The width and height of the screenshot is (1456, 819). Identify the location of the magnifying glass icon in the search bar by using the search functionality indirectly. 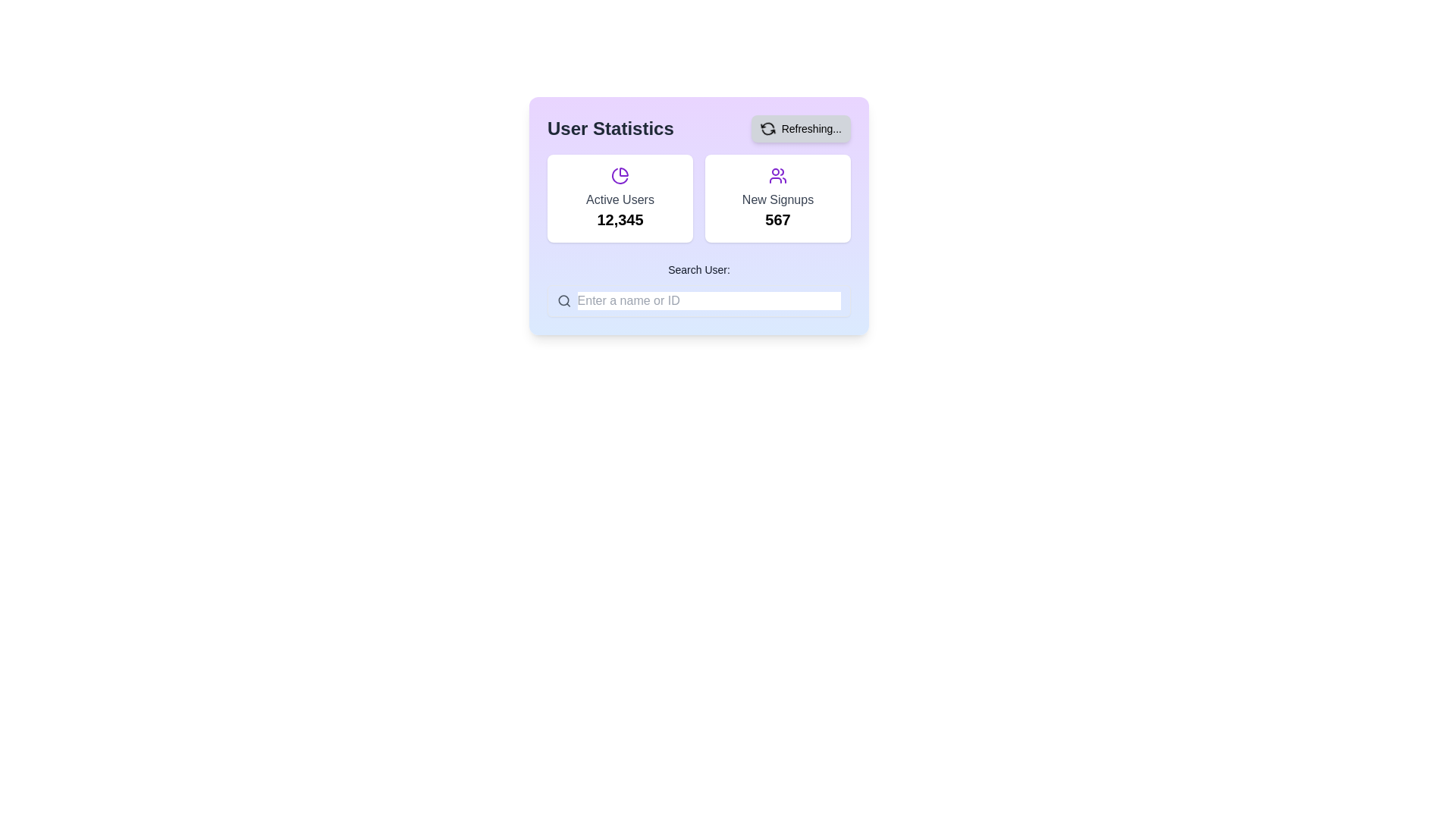
(563, 300).